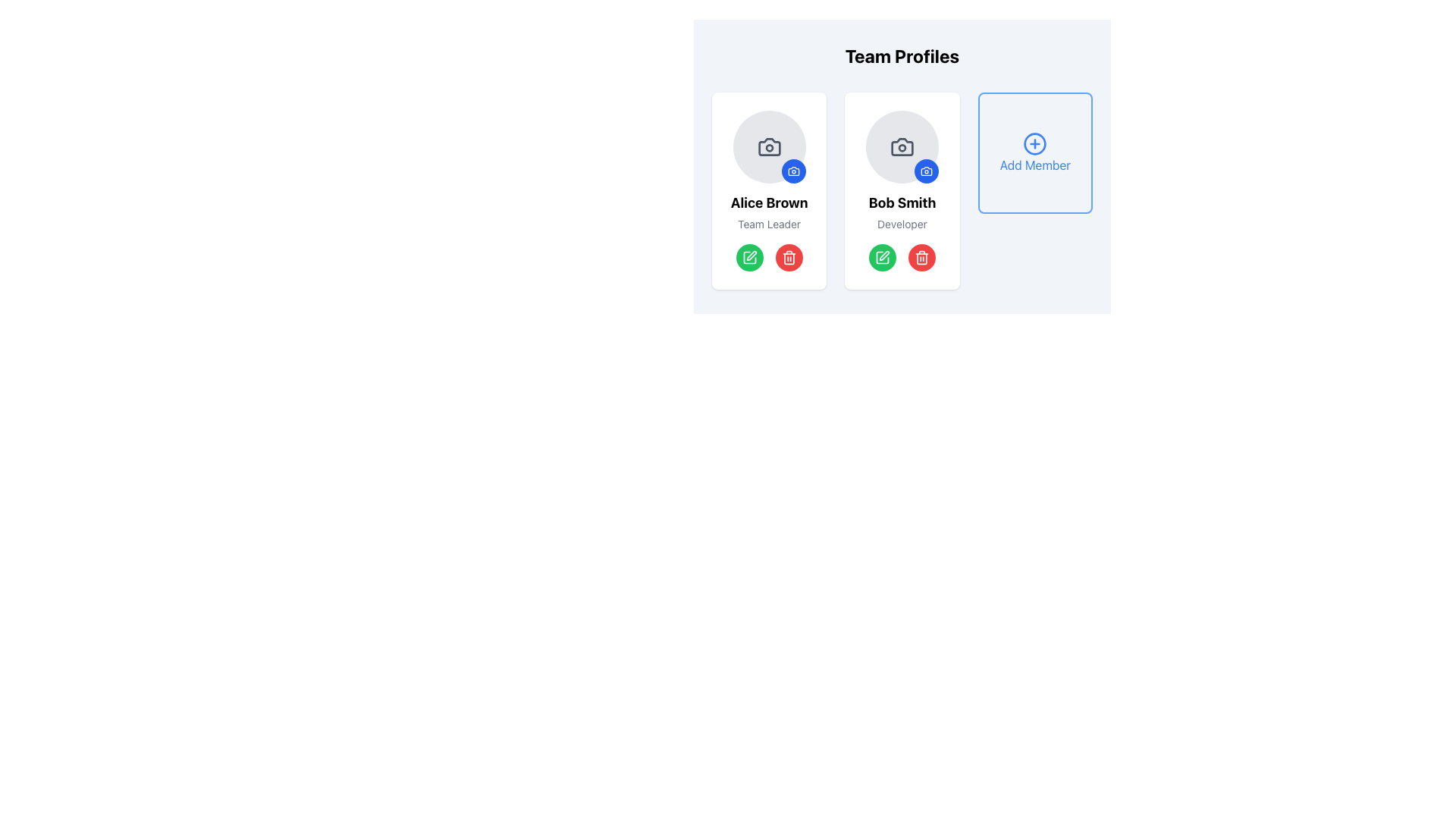 The width and height of the screenshot is (1456, 819). What do you see at coordinates (789, 258) in the screenshot?
I see `the trash icon button located at the bottom-right of Bob Smith's profile card` at bounding box center [789, 258].